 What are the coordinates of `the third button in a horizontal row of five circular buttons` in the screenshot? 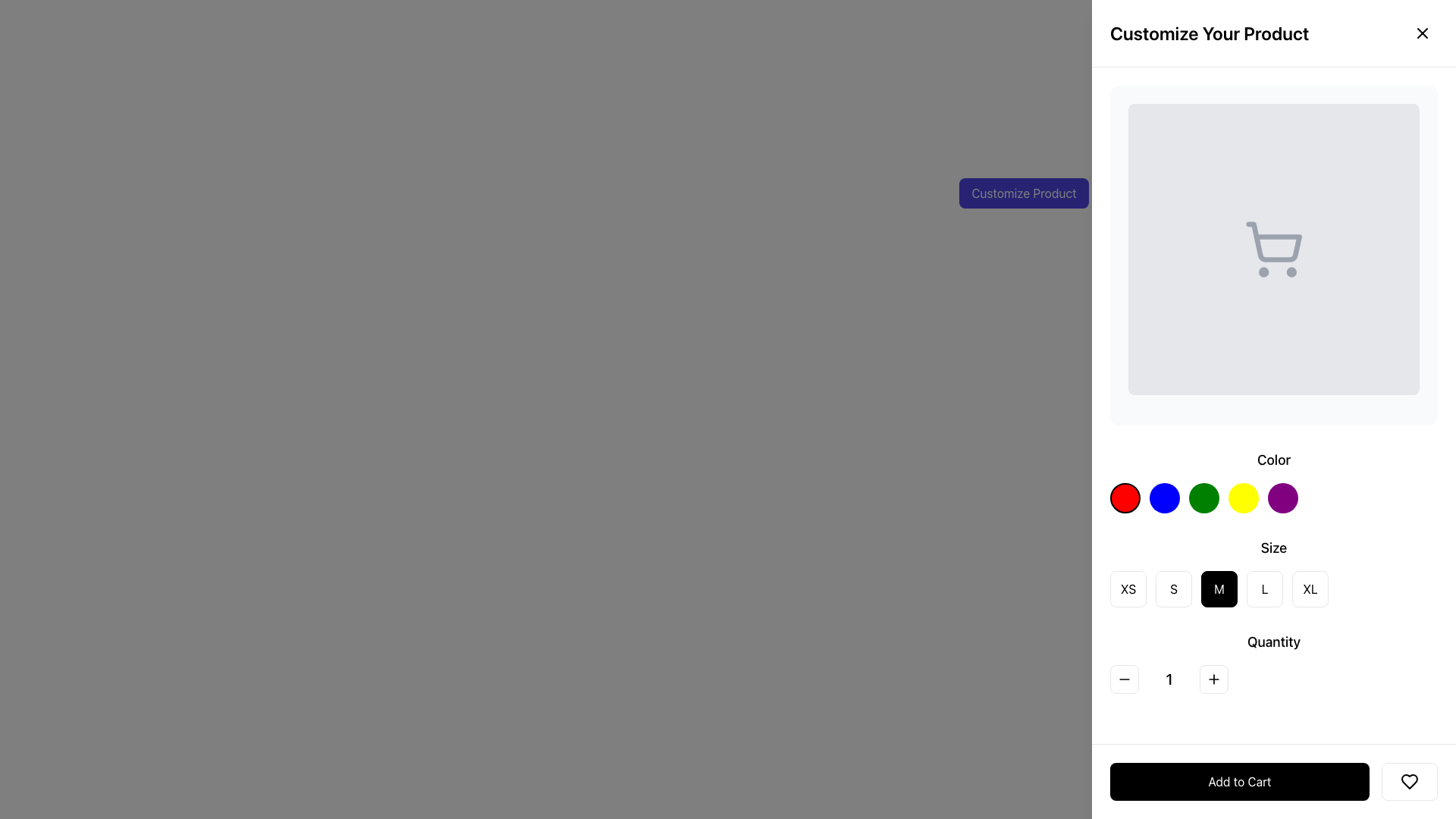 It's located at (1203, 497).